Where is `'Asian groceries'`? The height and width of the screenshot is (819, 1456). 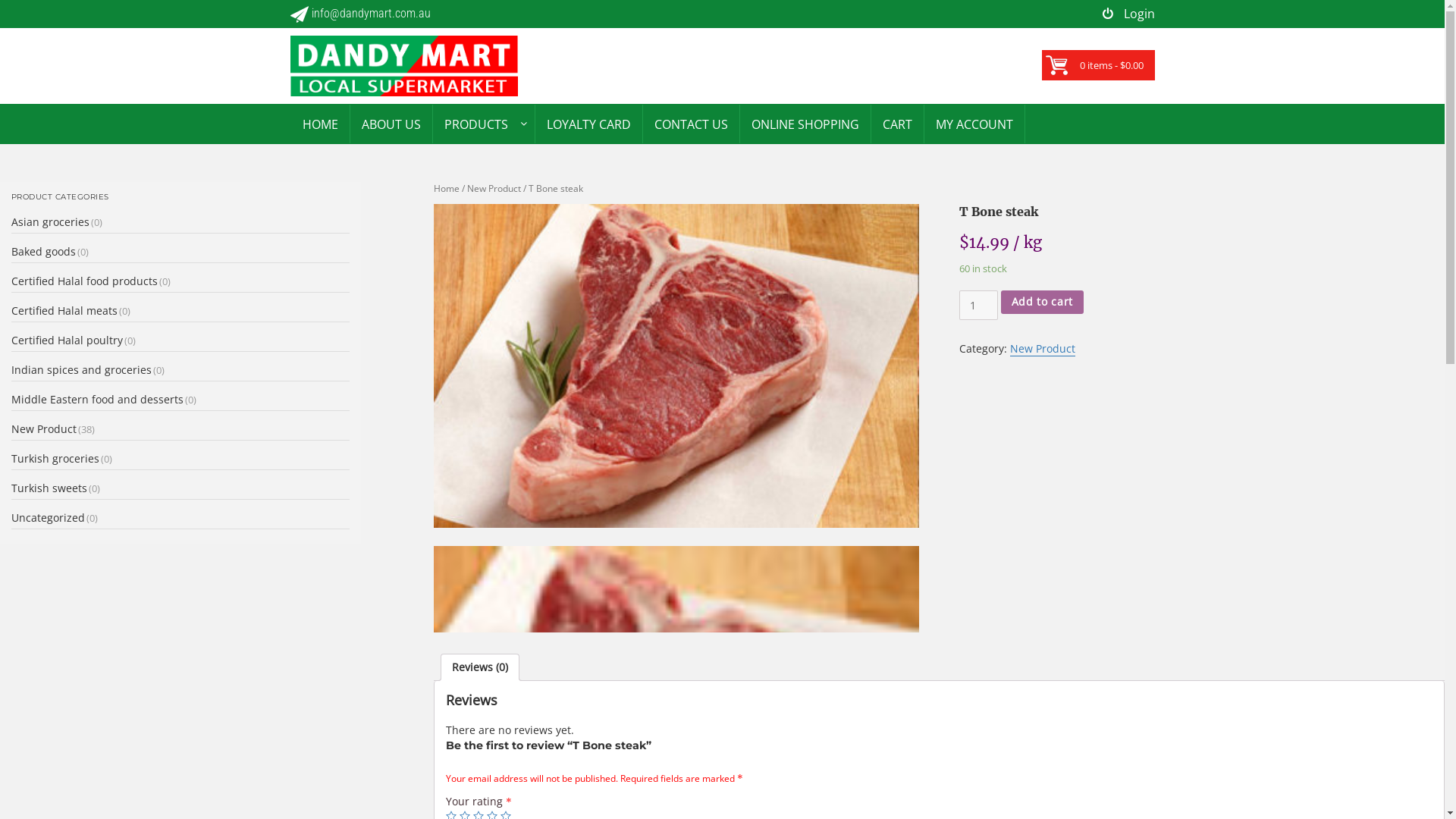
'Asian groceries' is located at coordinates (50, 221).